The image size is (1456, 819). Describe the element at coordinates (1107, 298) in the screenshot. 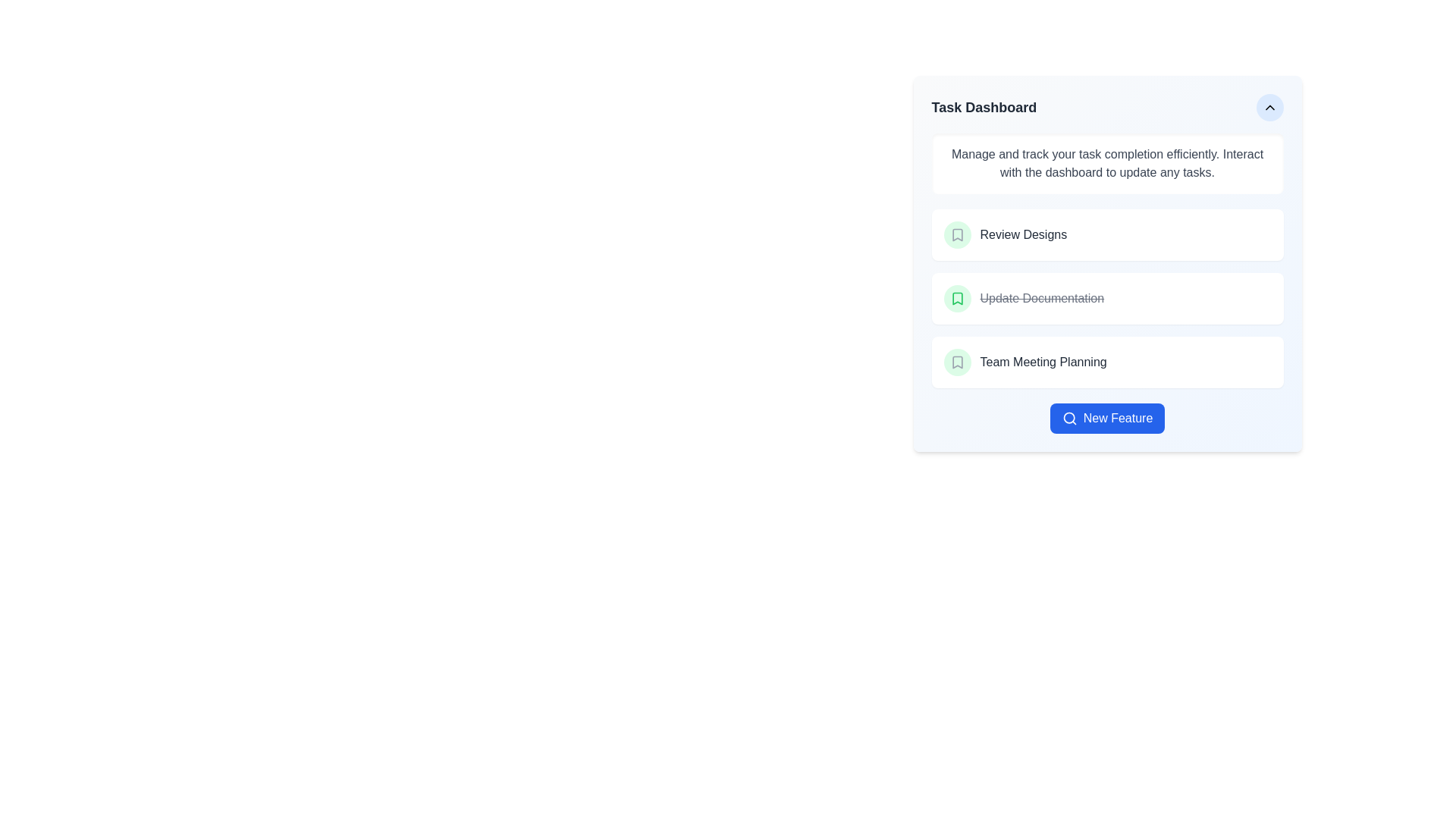

I see `the second task item in the task management dashboard which is styled with a strikethrough to indicate completion` at that location.